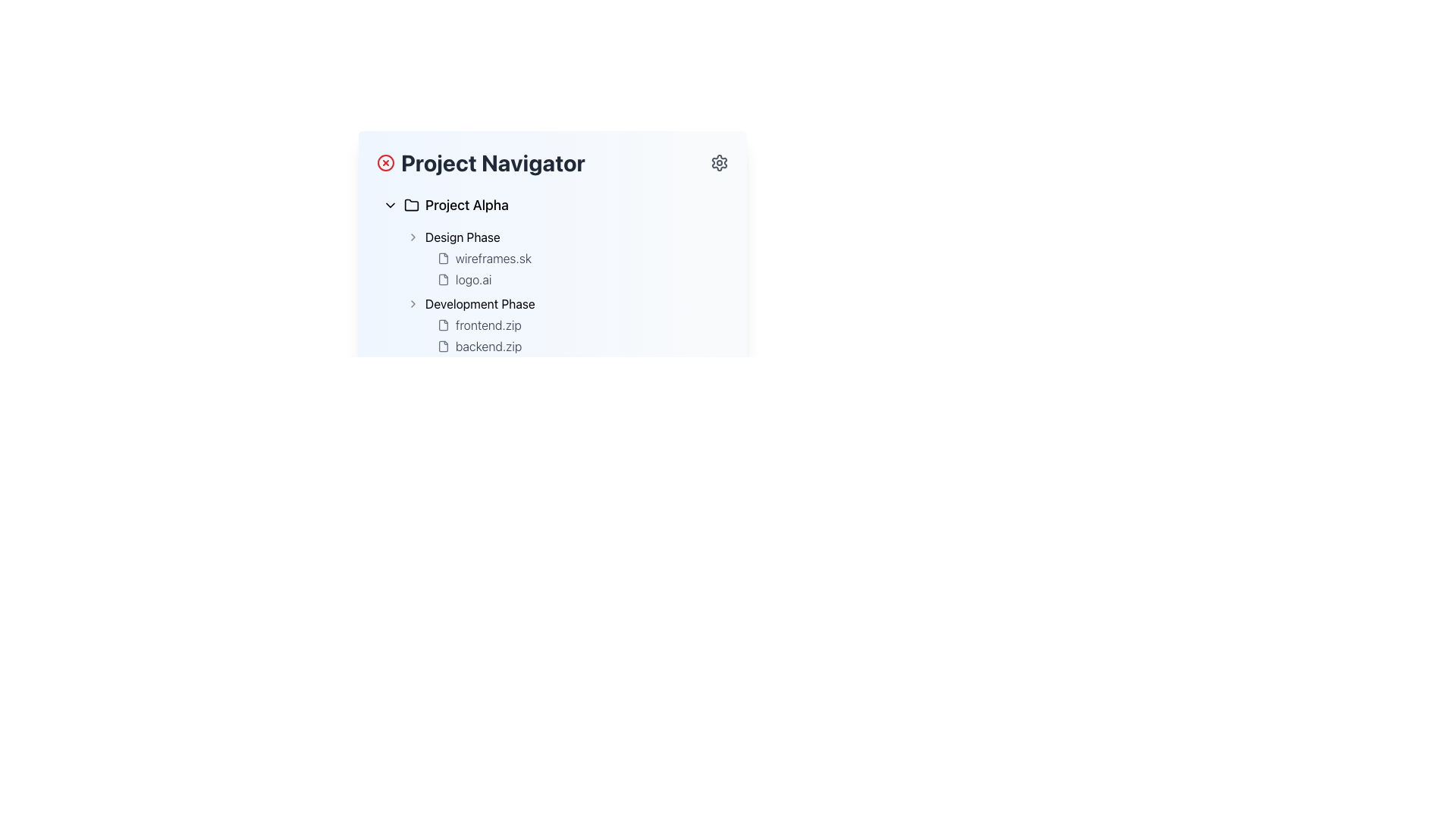 This screenshot has width=1456, height=819. I want to click on the rectangular file icon with a folded corner located under the 'Design Phase' subheading, between 'wireframes.sk' and the 'Development Phase' section, so click(443, 280).